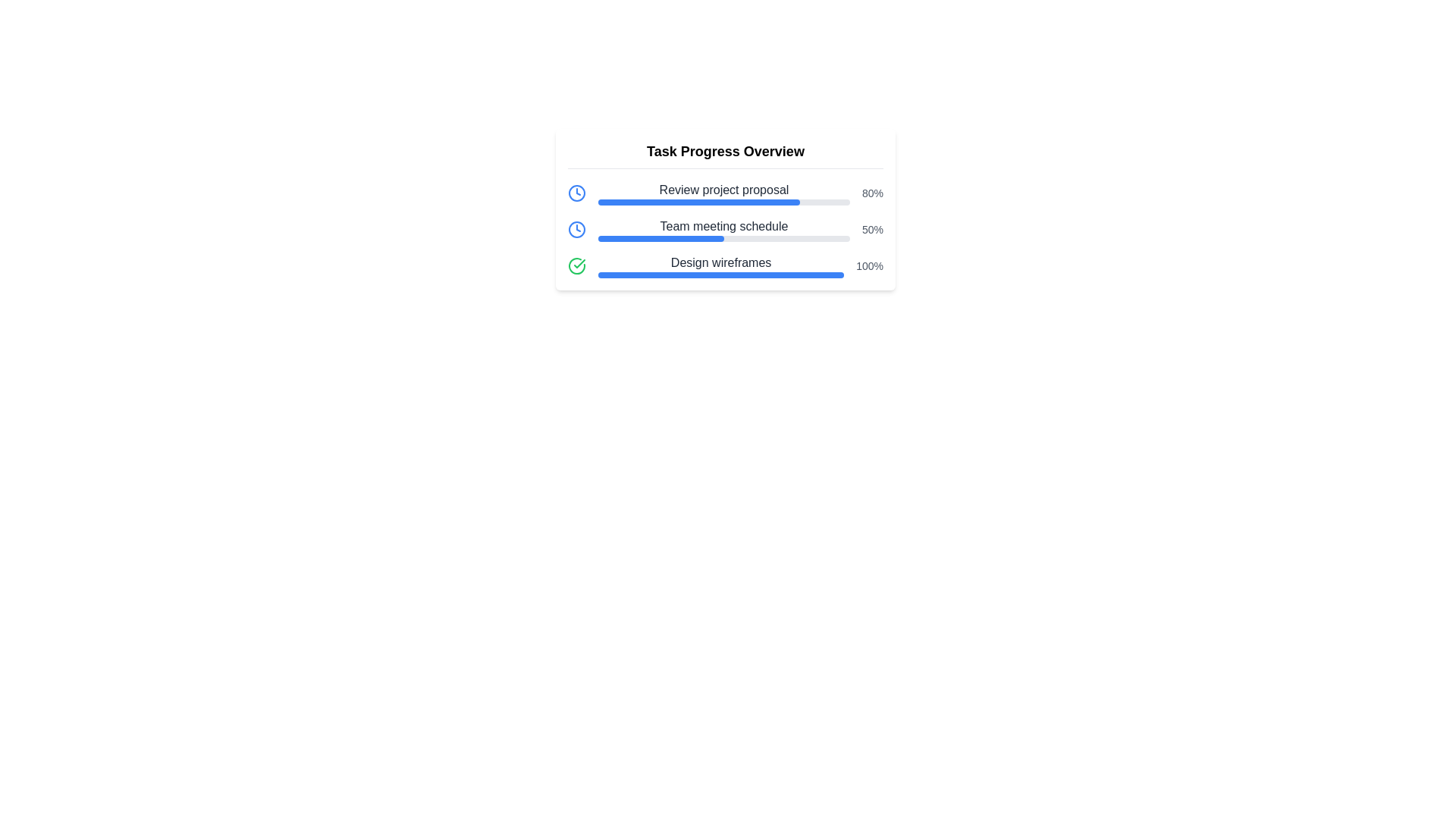  What do you see at coordinates (576, 230) in the screenshot?
I see `the SVG circle element that represents a clock icon, located at the leftmost part of the first line of the task list` at bounding box center [576, 230].